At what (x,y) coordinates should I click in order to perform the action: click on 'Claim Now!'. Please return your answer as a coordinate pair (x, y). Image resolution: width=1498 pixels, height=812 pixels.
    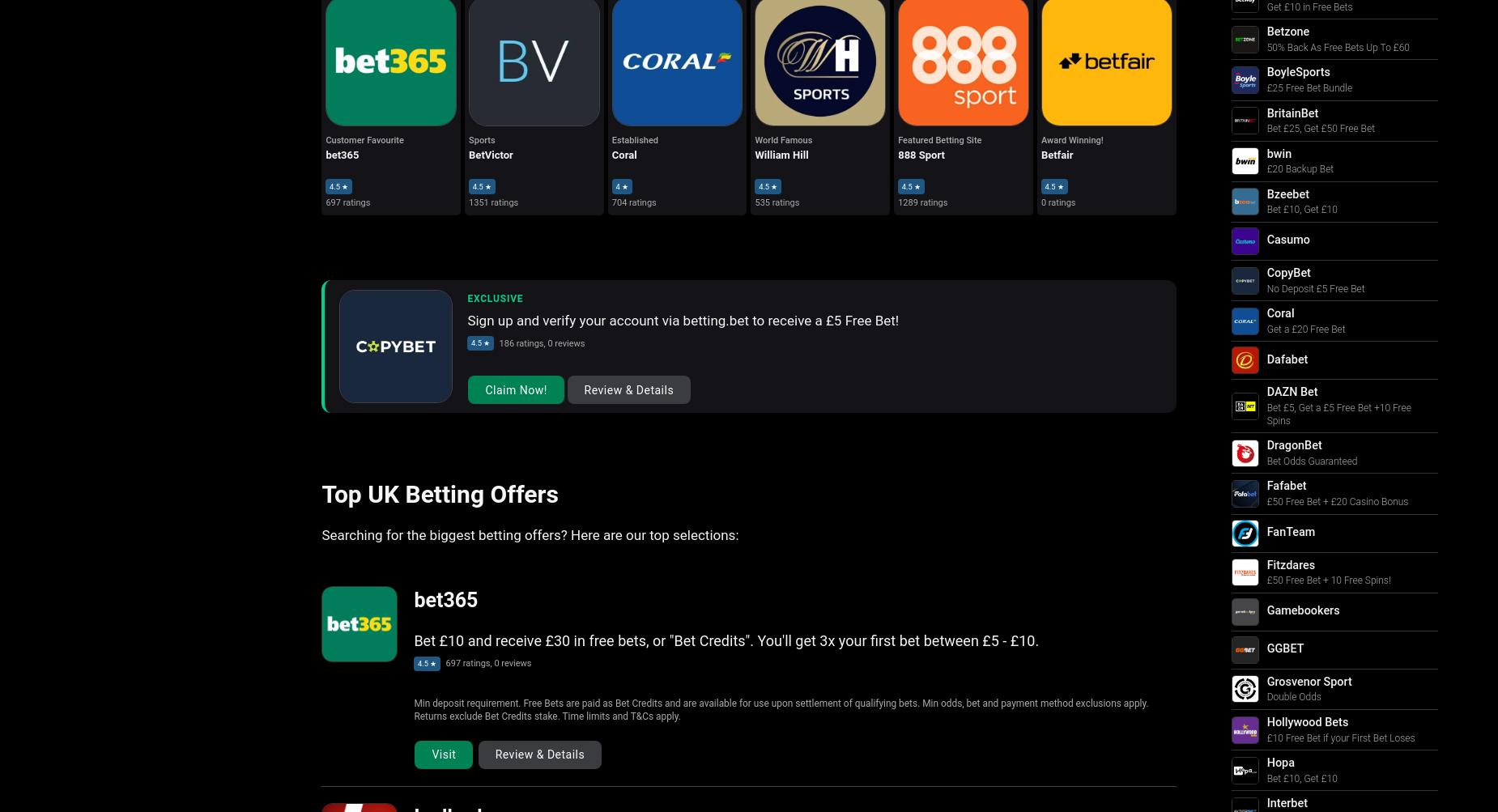
    Looking at the image, I should click on (515, 389).